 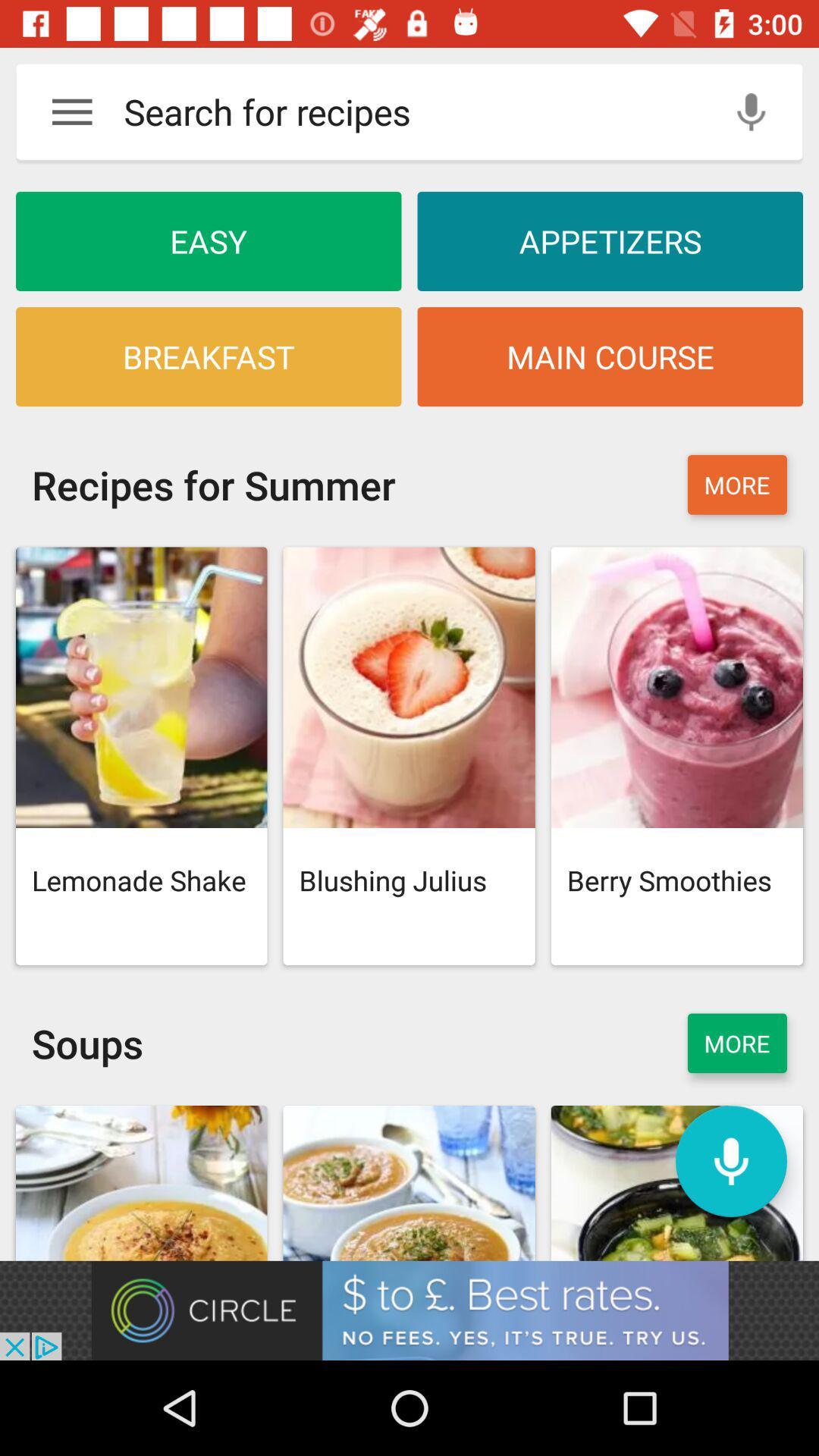 What do you see at coordinates (751, 111) in the screenshot?
I see `the microphone icon` at bounding box center [751, 111].